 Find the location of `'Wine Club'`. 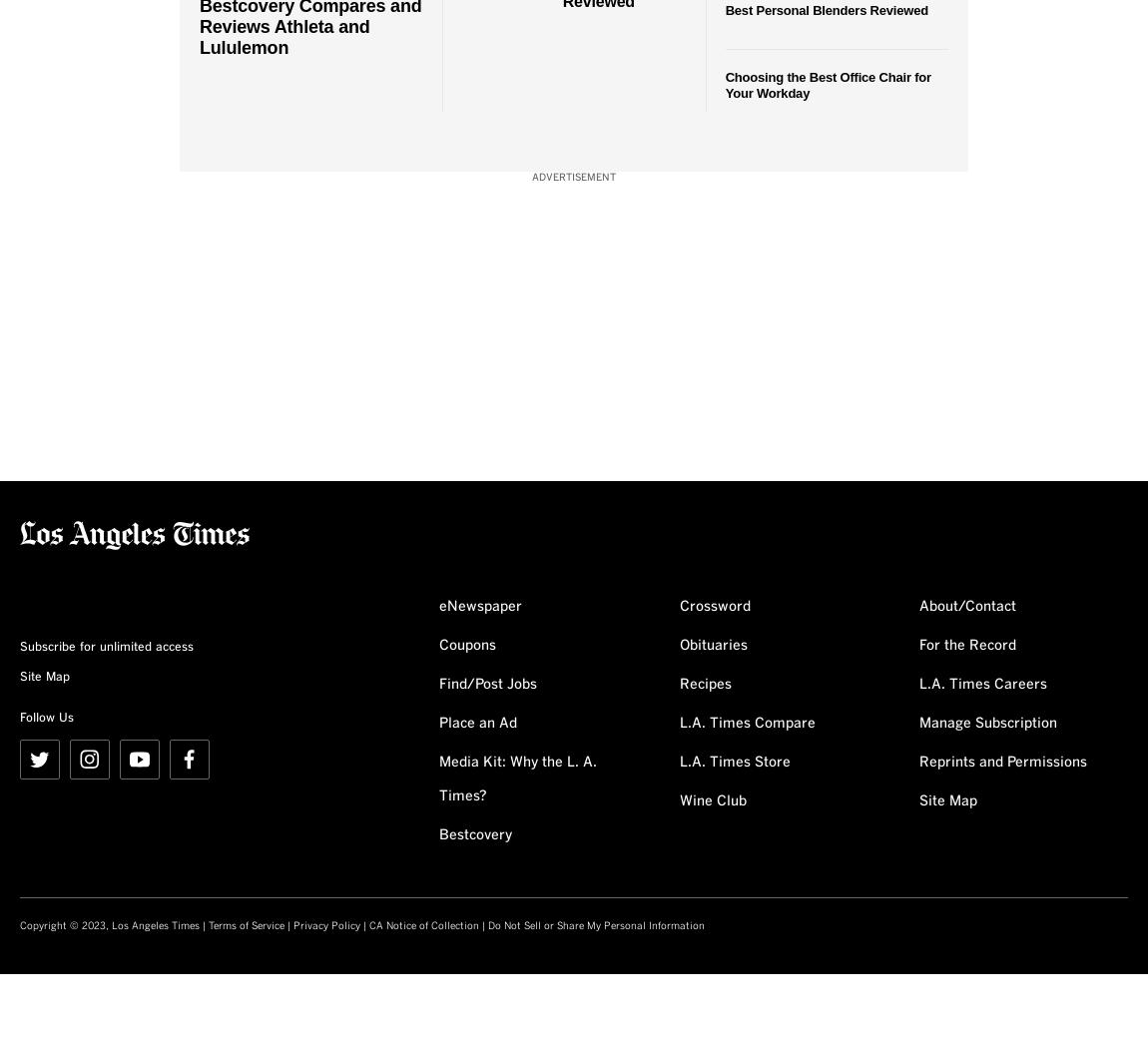

'Wine Club' is located at coordinates (711, 800).